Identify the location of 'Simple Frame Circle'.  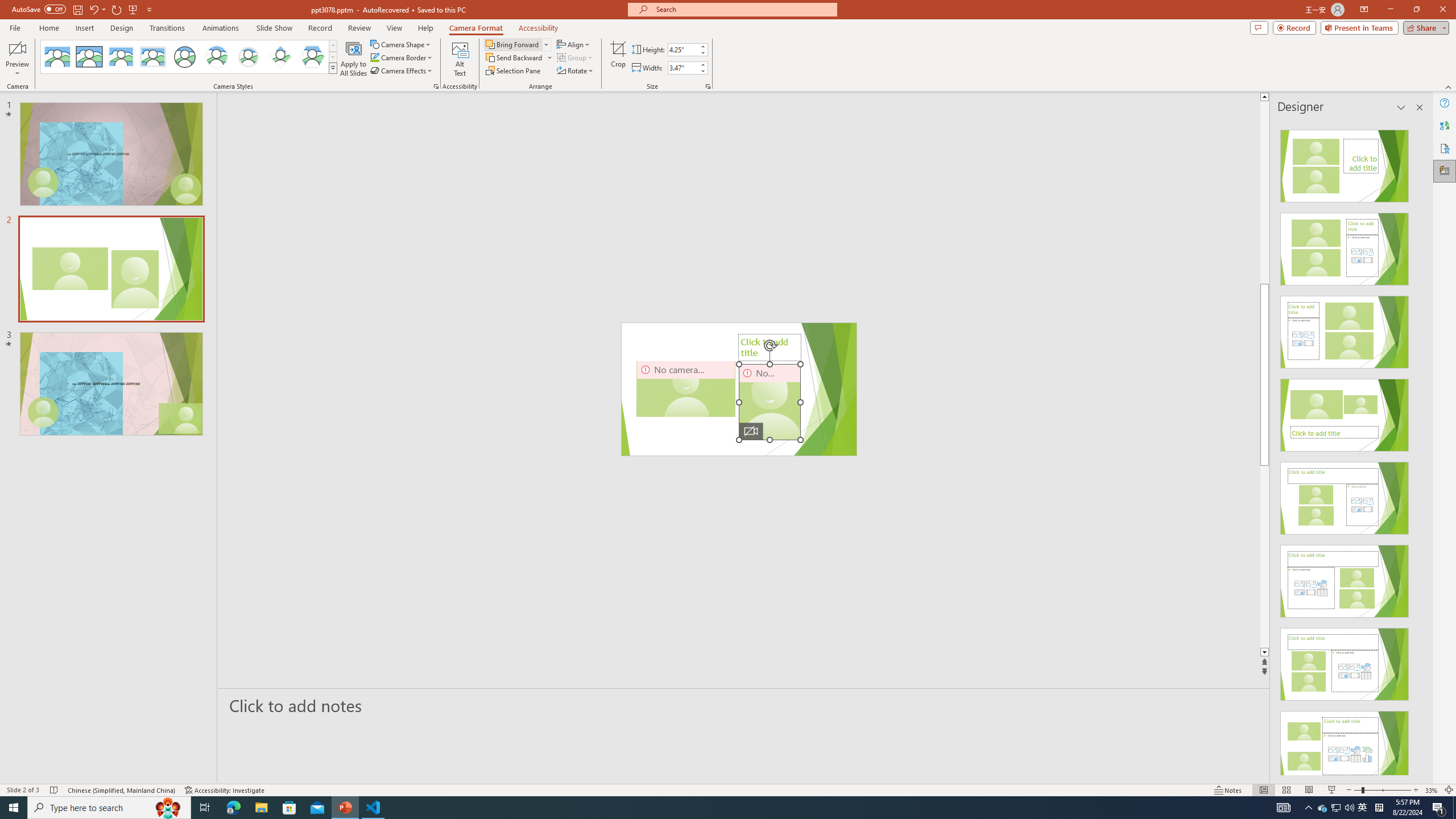
(185, 56).